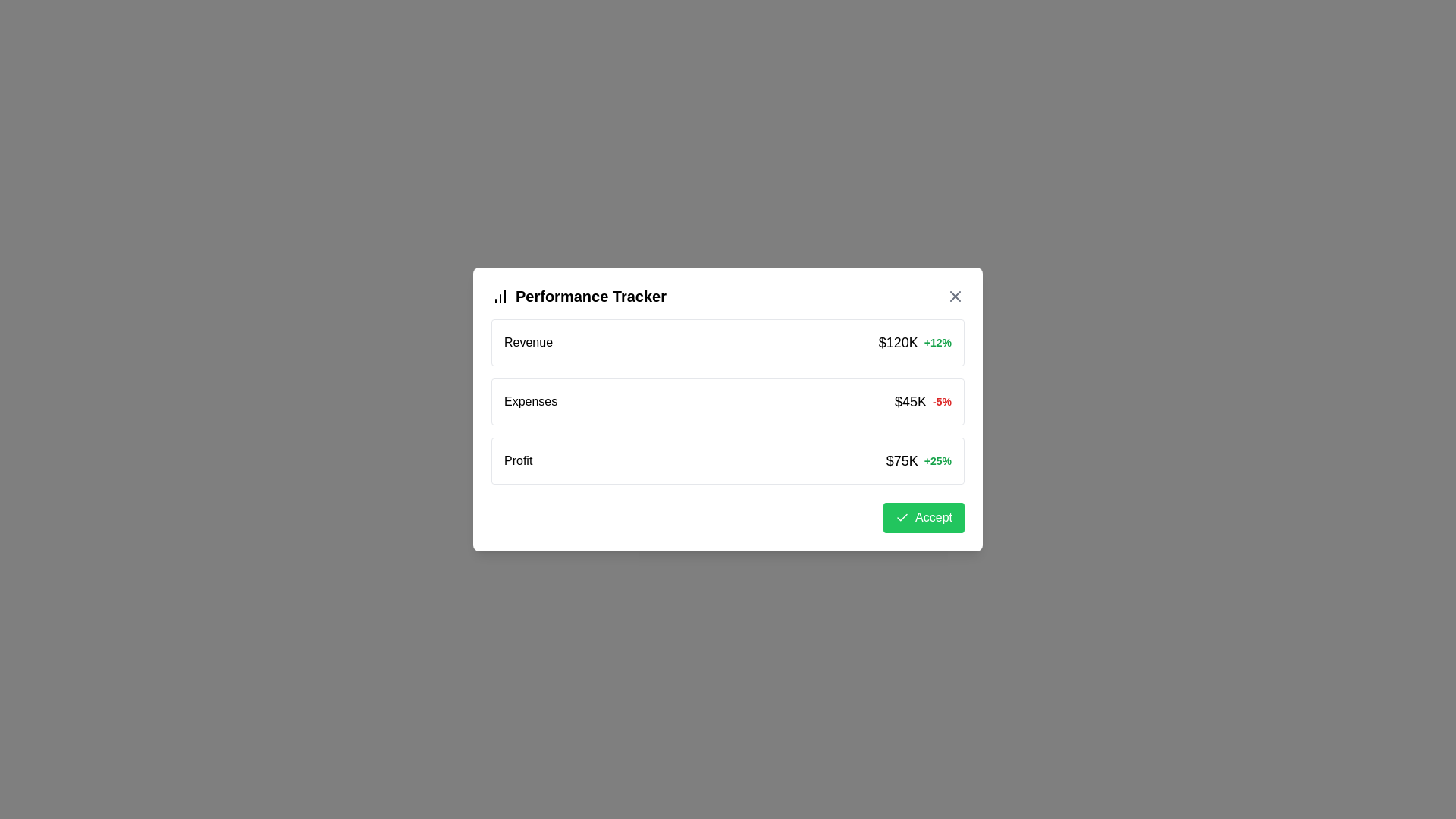 The width and height of the screenshot is (1456, 819). I want to click on the element Accept Button to observe visual feedback, so click(923, 516).